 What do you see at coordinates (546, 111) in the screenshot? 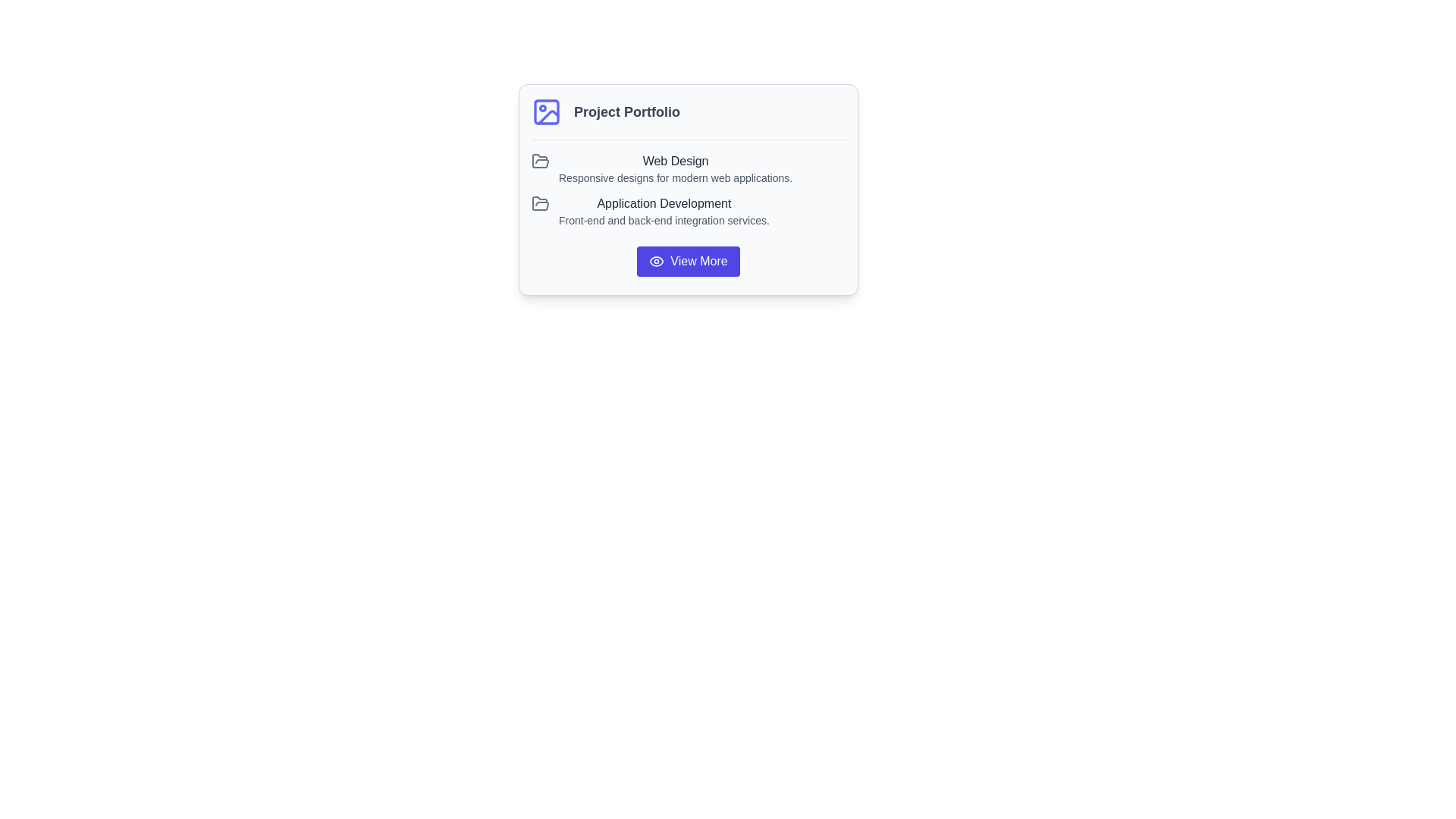
I see `the indigo SVG icon in the header of the 'Project Portfolio' section, which features a rectangle with rounded corners, a circle in the top-left corner, and a diagonal line within the frame` at bounding box center [546, 111].